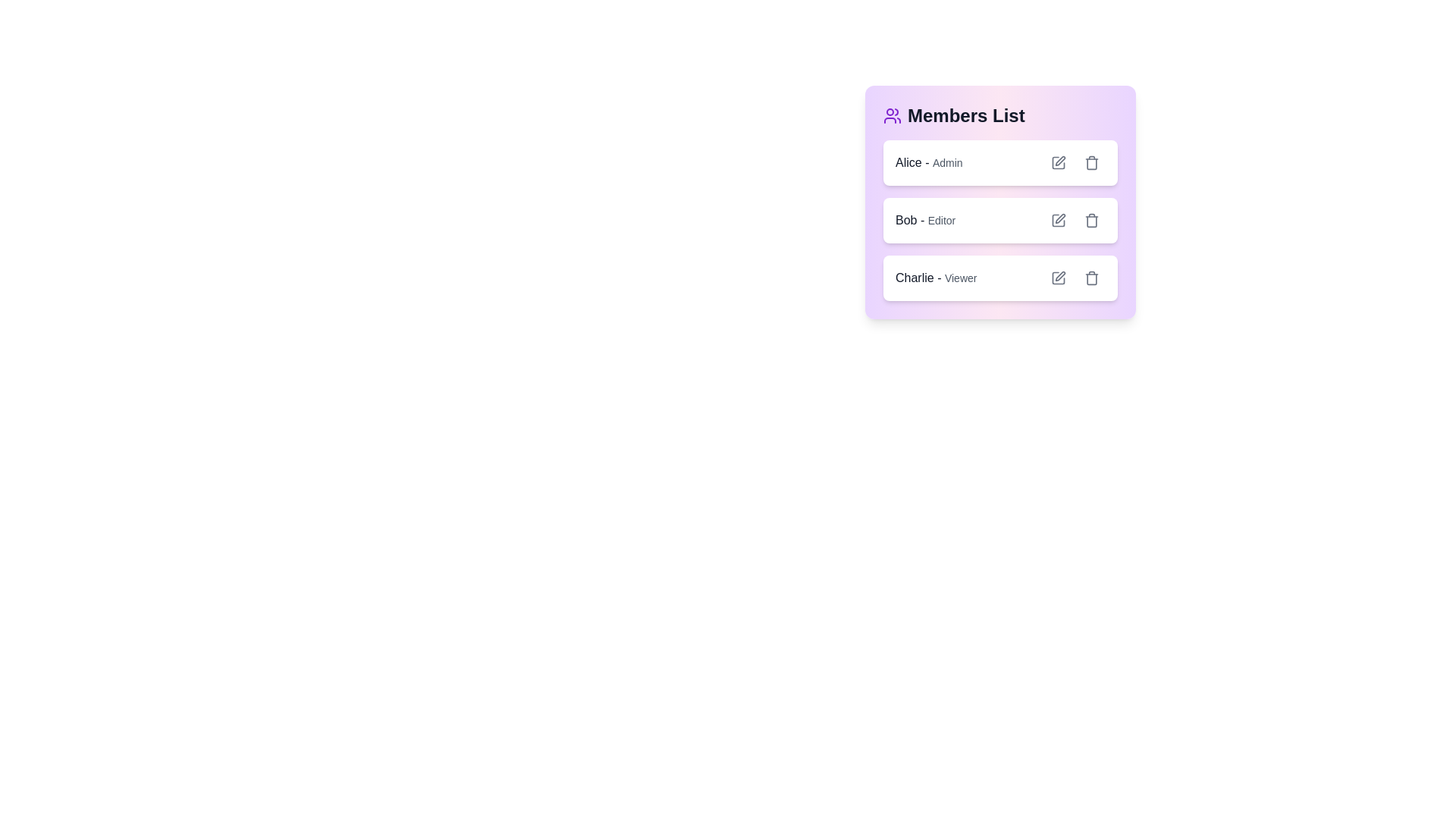  I want to click on delete button next to Bob to remove them from the list, so click(1092, 220).